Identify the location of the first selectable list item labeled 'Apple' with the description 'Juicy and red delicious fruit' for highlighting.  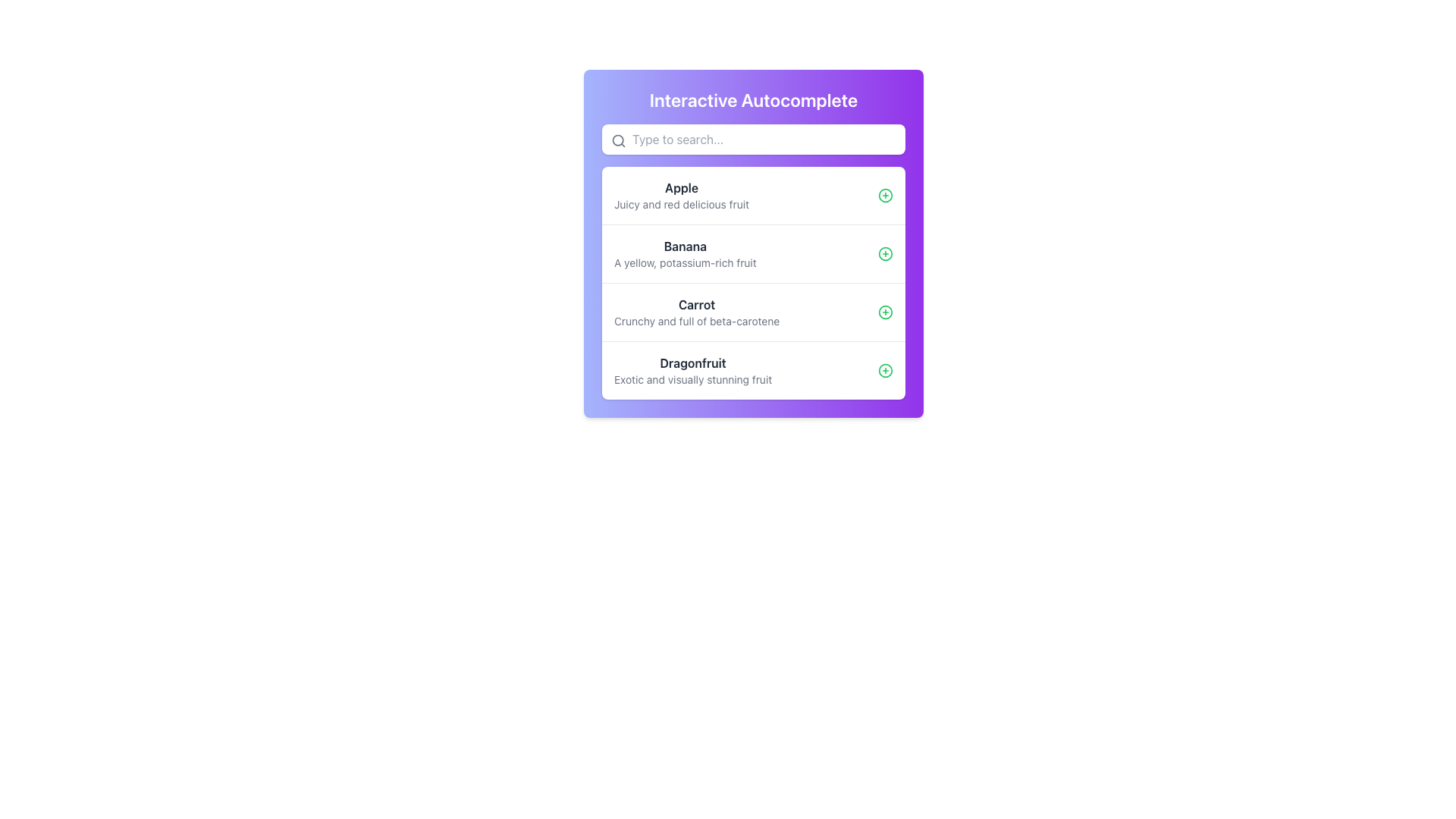
(753, 195).